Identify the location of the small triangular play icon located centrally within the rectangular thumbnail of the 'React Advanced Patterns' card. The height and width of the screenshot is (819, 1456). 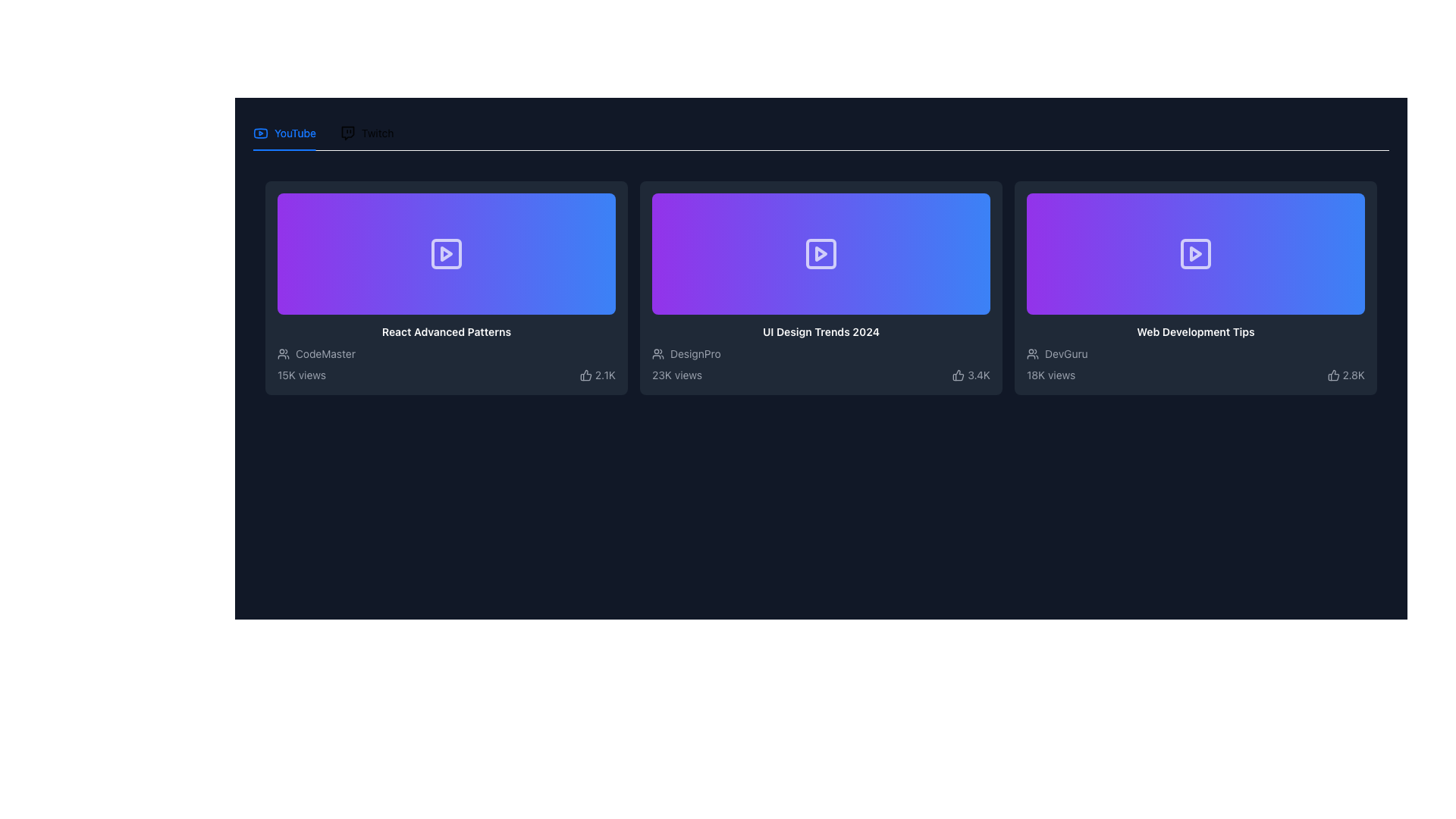
(446, 253).